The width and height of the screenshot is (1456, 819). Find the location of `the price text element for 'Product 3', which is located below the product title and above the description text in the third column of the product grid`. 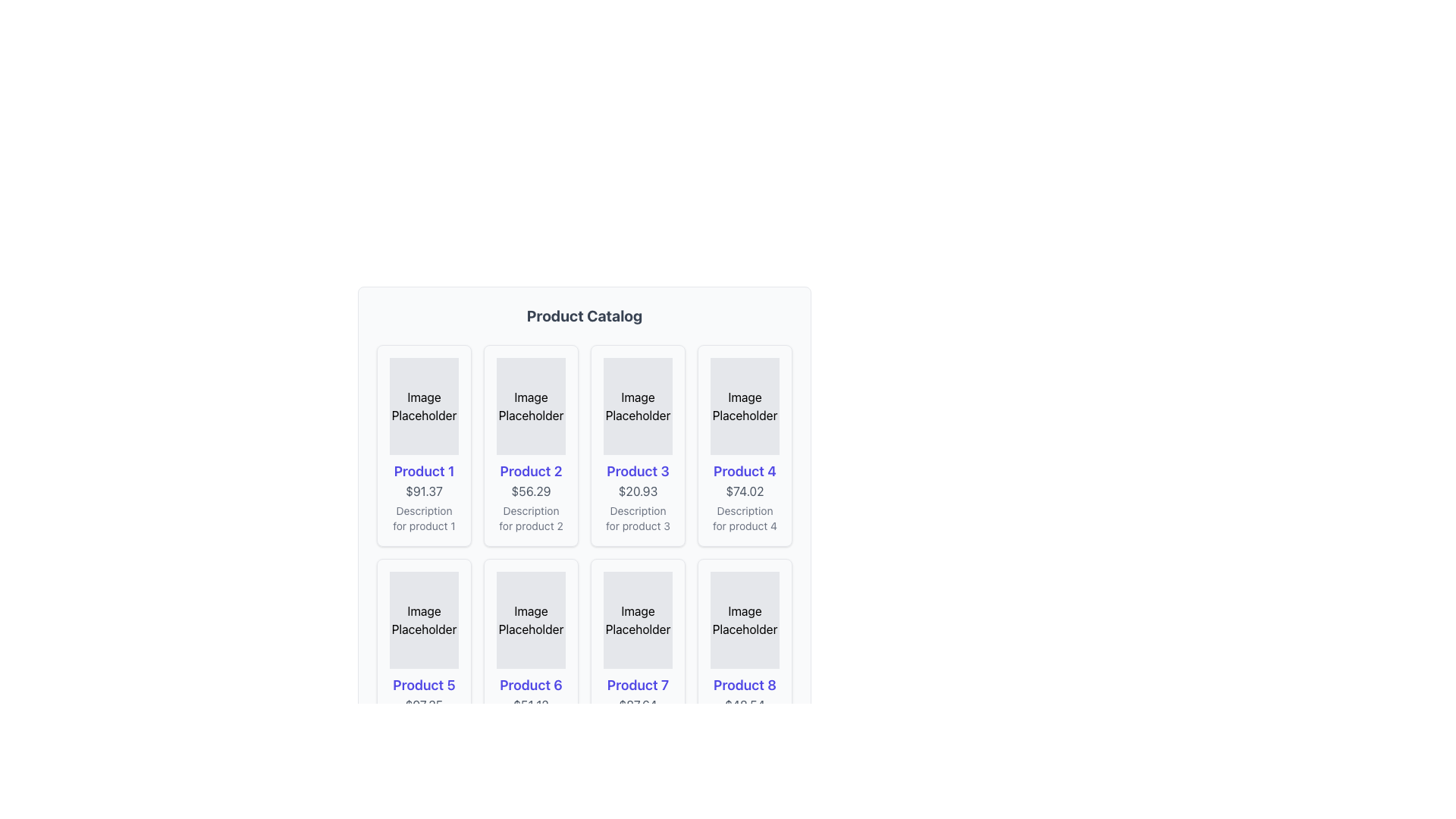

the price text element for 'Product 3', which is located below the product title and above the description text in the third column of the product grid is located at coordinates (638, 491).